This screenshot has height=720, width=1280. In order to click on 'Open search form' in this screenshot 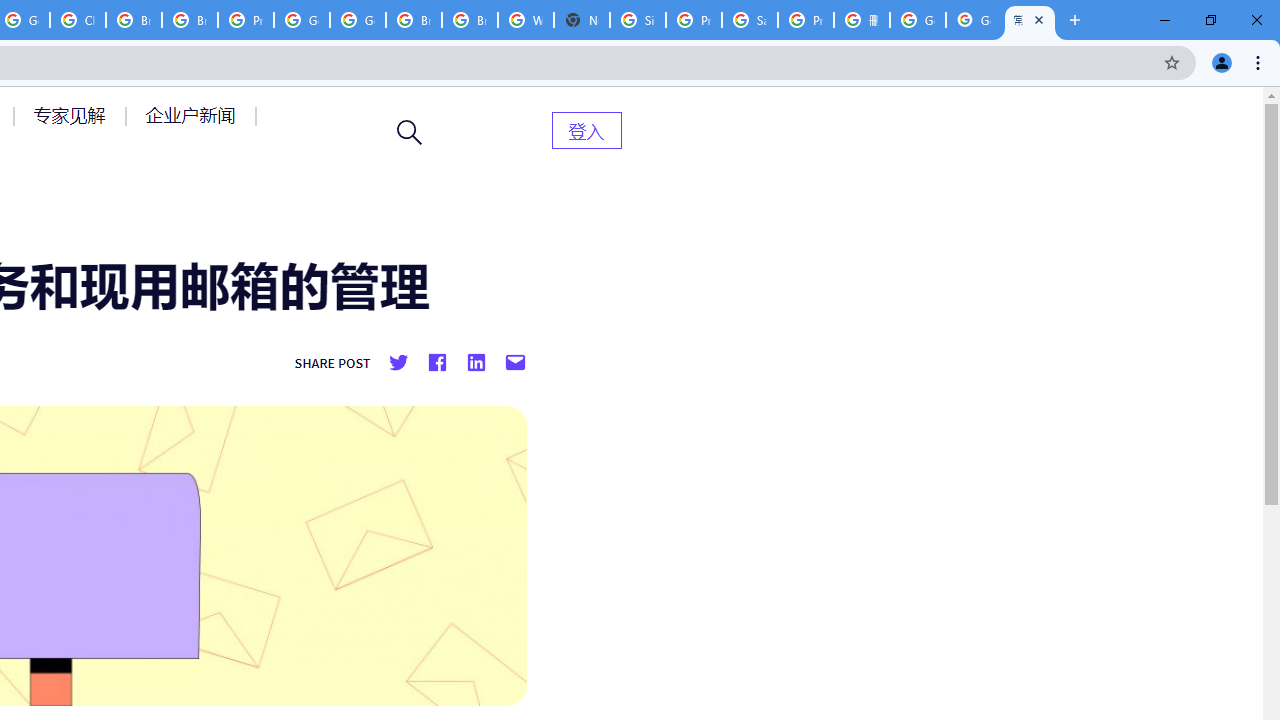, I will do `click(409, 132)`.